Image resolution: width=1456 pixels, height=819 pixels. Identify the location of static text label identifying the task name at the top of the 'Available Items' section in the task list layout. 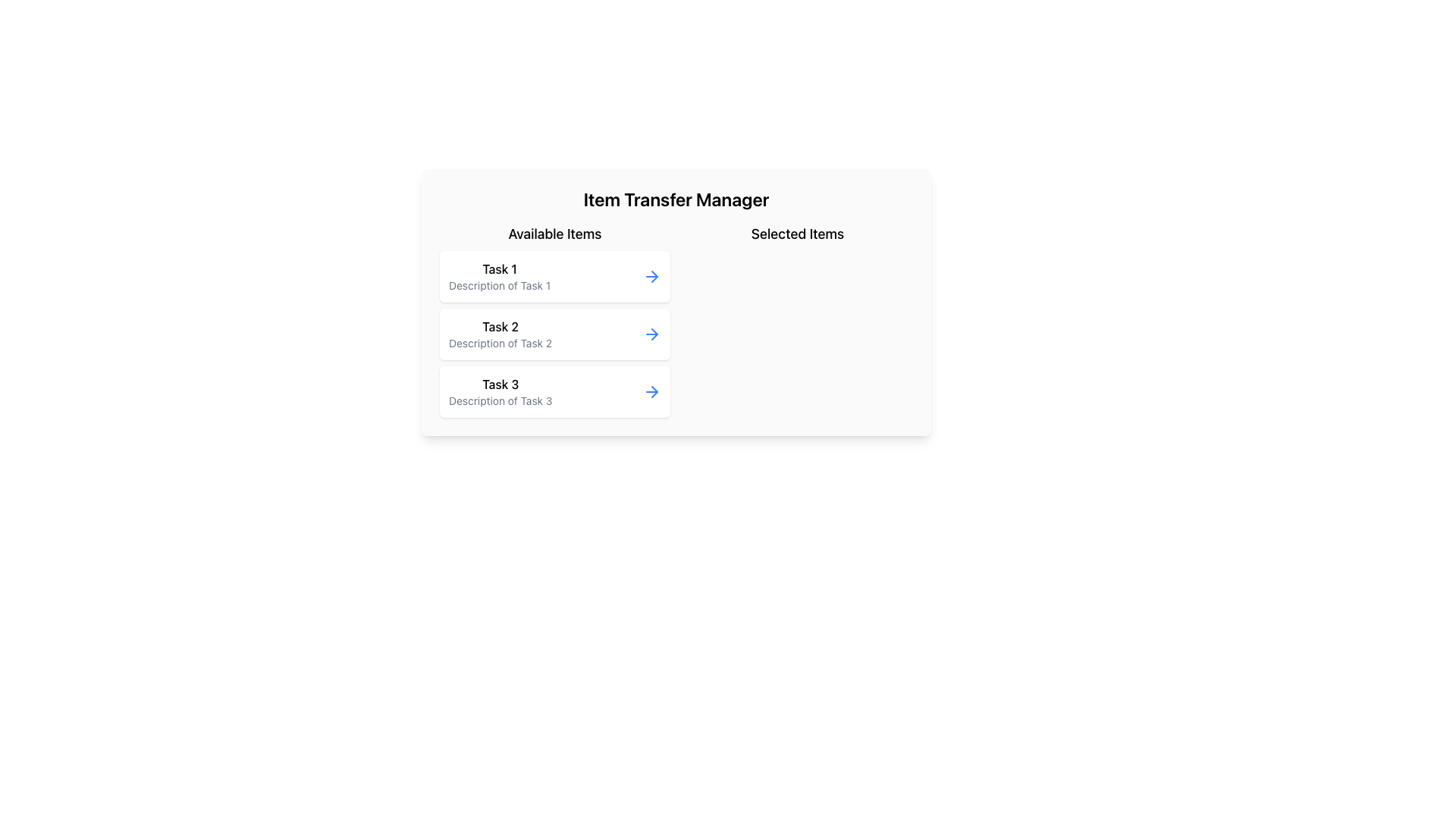
(500, 268).